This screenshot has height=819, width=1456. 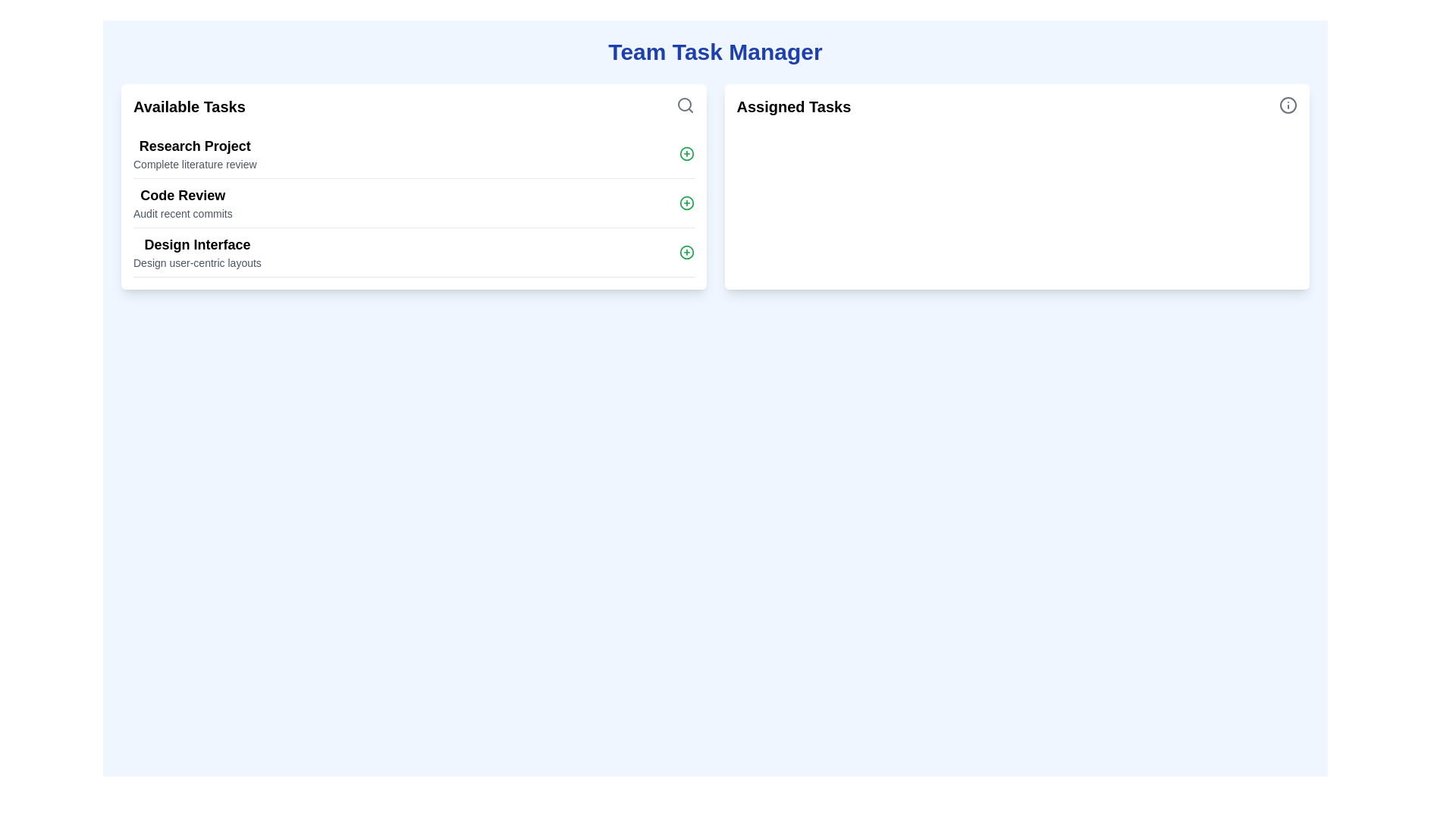 What do you see at coordinates (714, 52) in the screenshot?
I see `the prominently displayed text label 'Team Task Manager' which is styled in a large, bold, blue font and located at the top center of the task management interface` at bounding box center [714, 52].